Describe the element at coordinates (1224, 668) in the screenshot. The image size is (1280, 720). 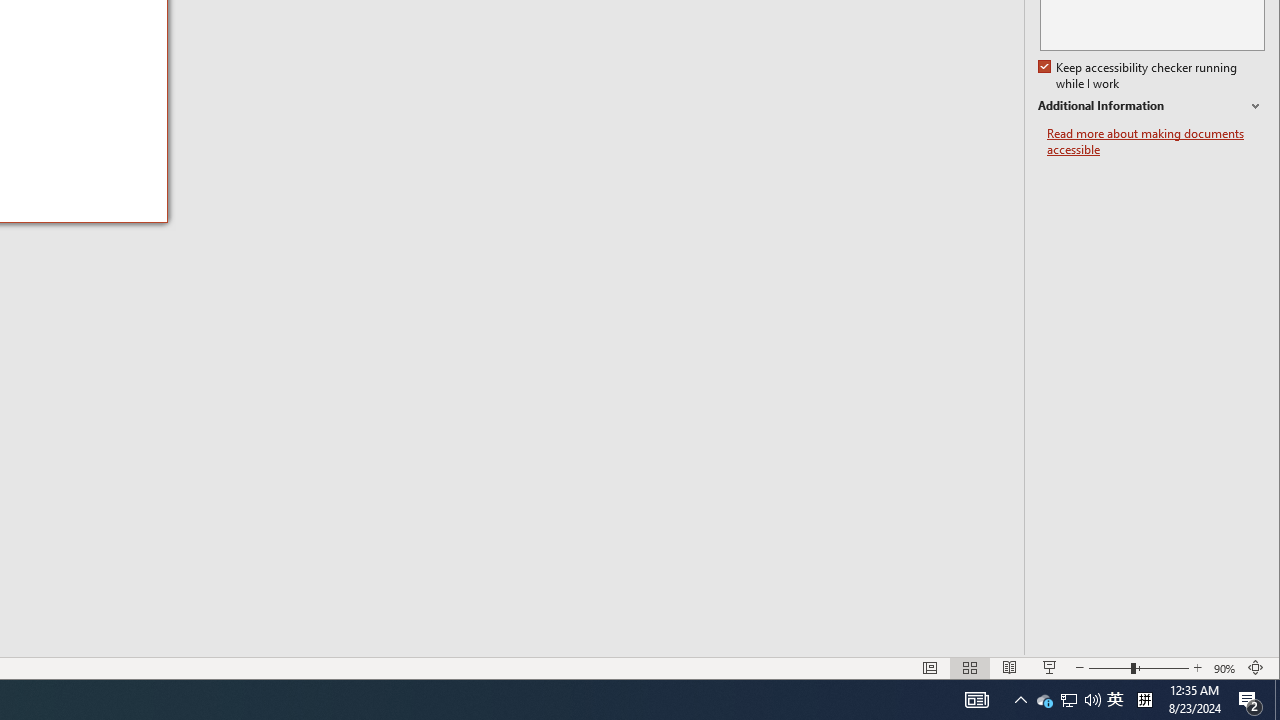
I see `'Zoom 90%'` at that location.